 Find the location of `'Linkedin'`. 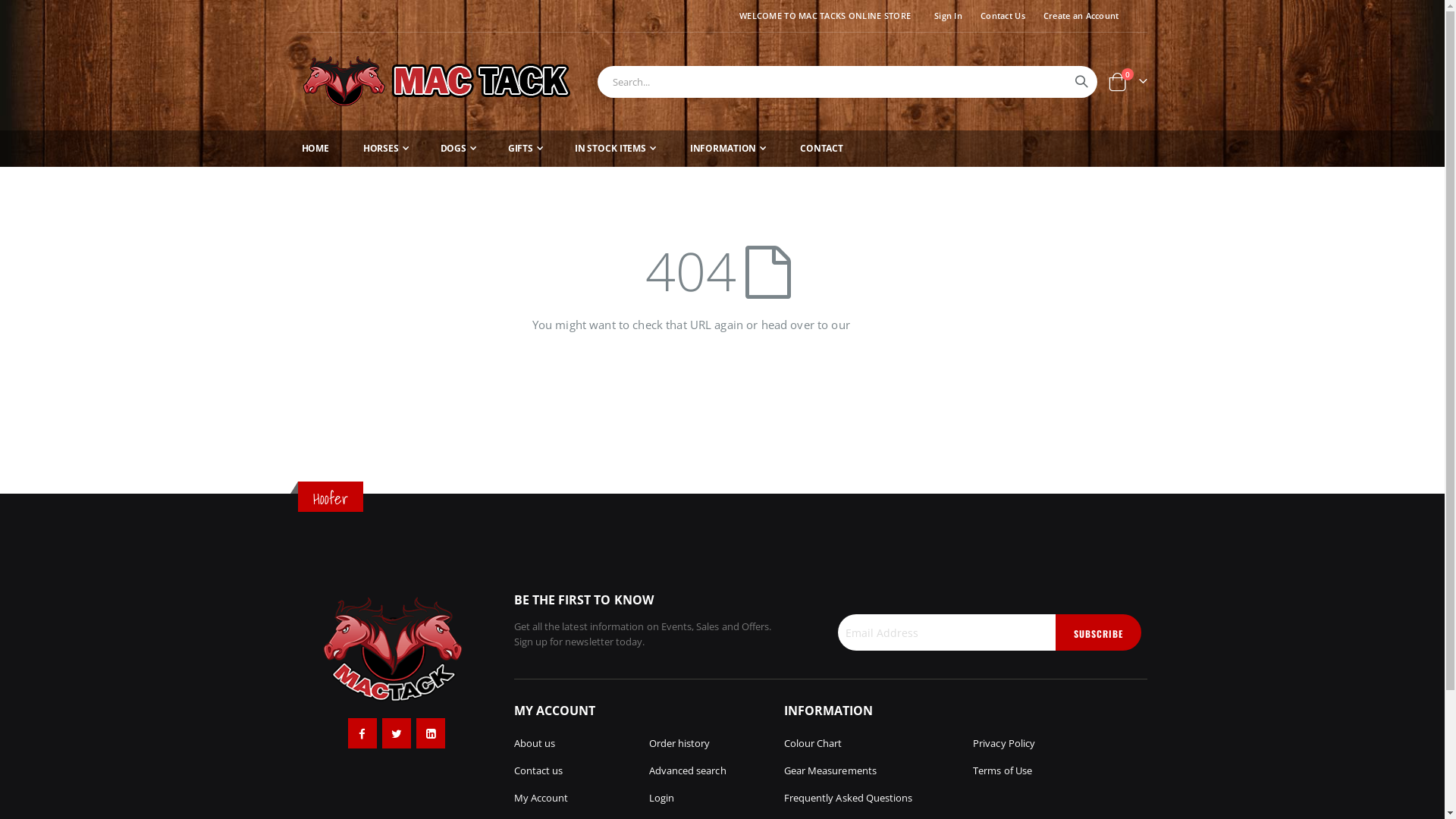

'Linkedin' is located at coordinates (429, 733).